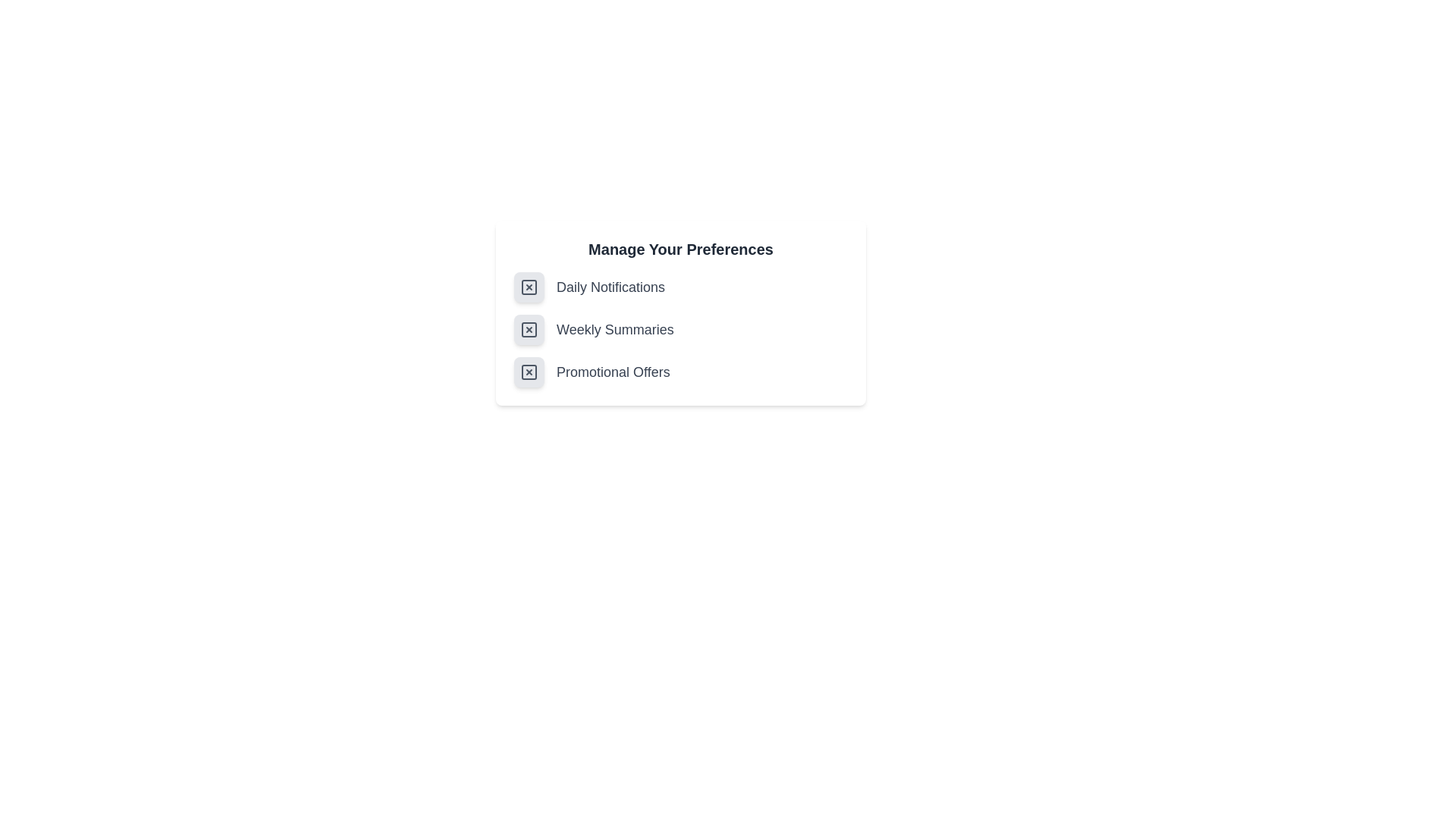 This screenshot has height=819, width=1456. Describe the element at coordinates (529, 329) in the screenshot. I see `the small square icon with a gray border and 'X' symbol, located to the right of the 'Weekly Summaries' text` at that location.